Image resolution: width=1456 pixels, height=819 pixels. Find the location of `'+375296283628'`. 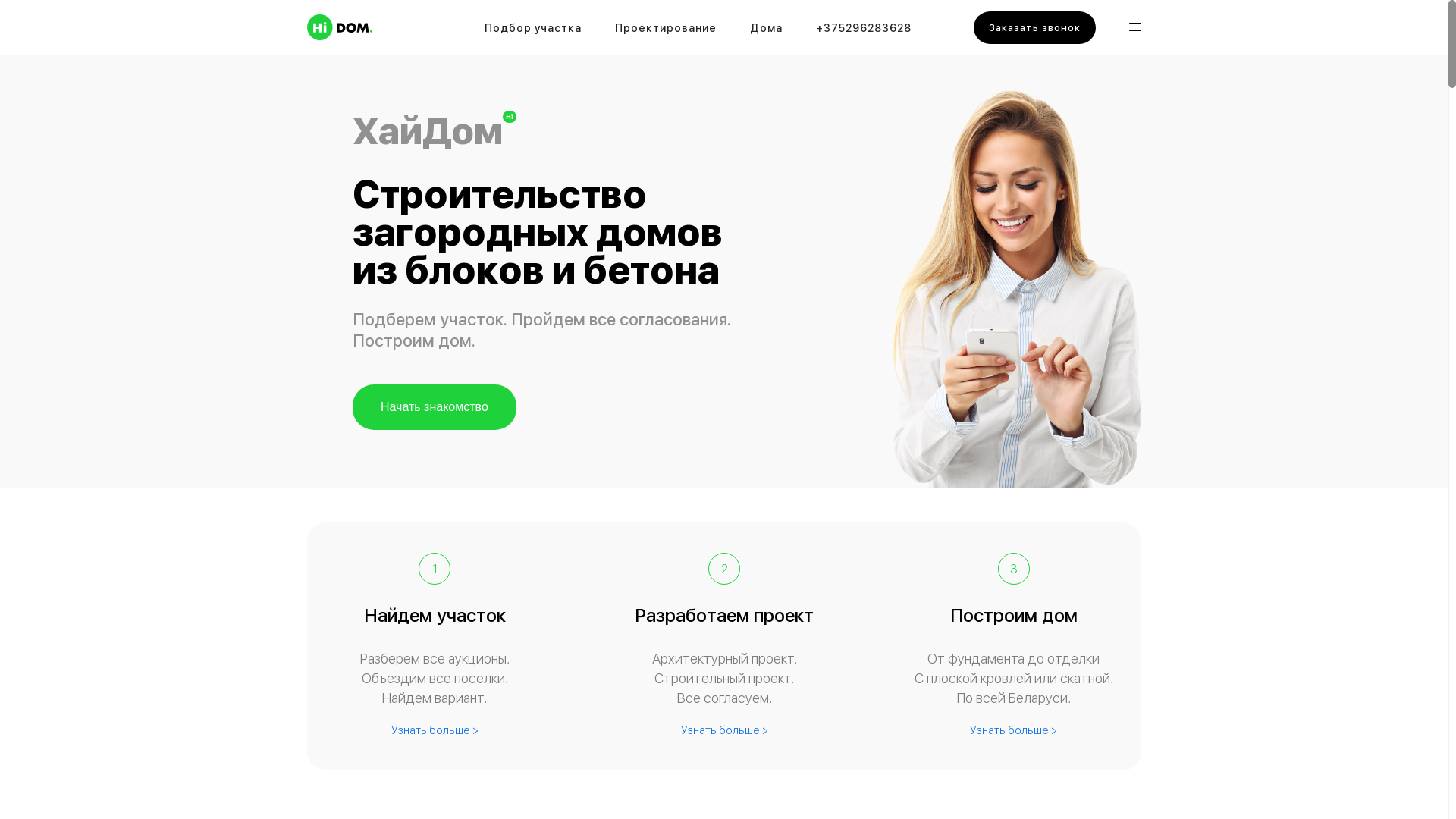

'+375296283628' is located at coordinates (863, 30).